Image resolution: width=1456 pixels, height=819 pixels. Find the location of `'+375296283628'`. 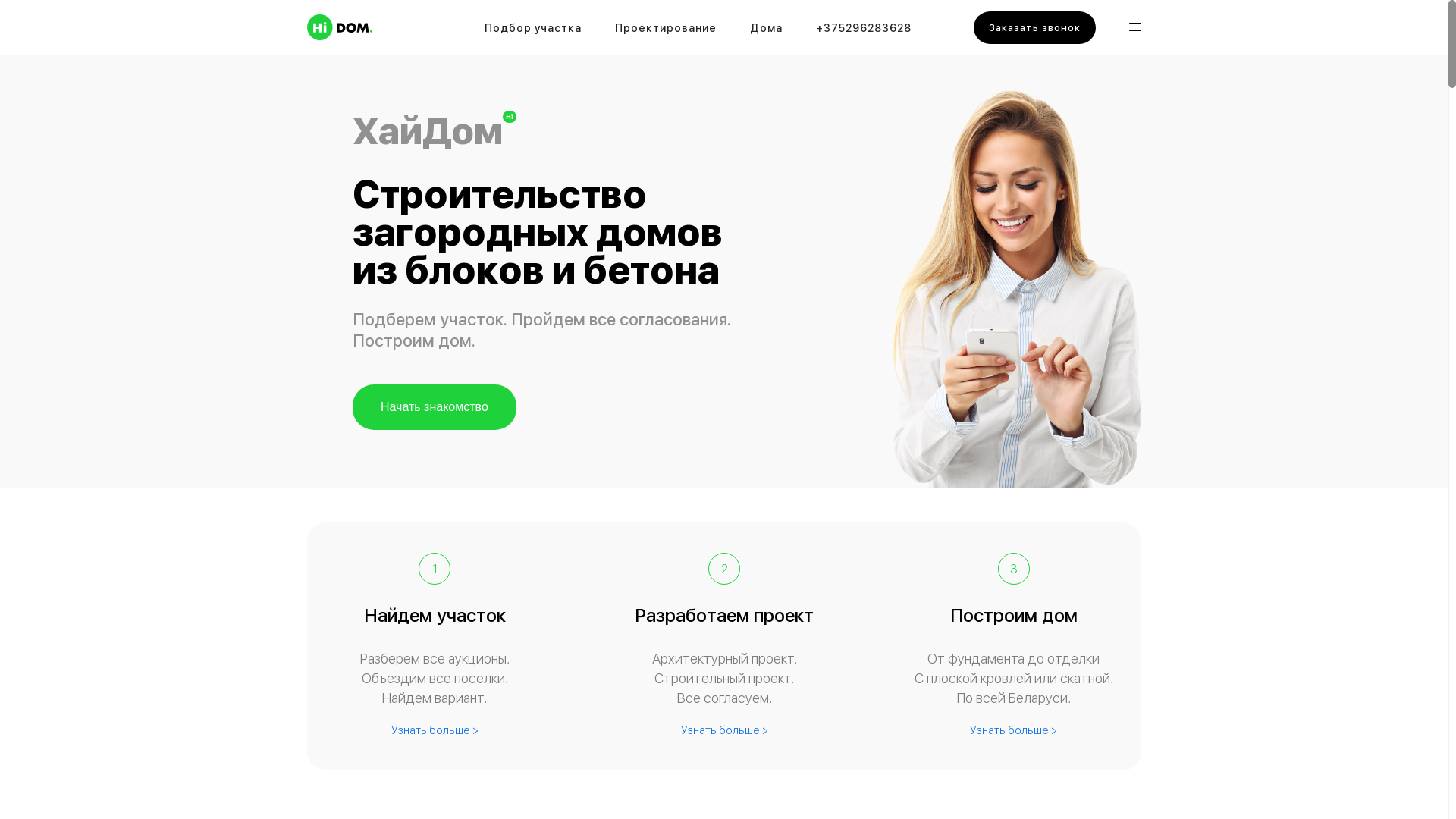

'+375296283628' is located at coordinates (863, 30).